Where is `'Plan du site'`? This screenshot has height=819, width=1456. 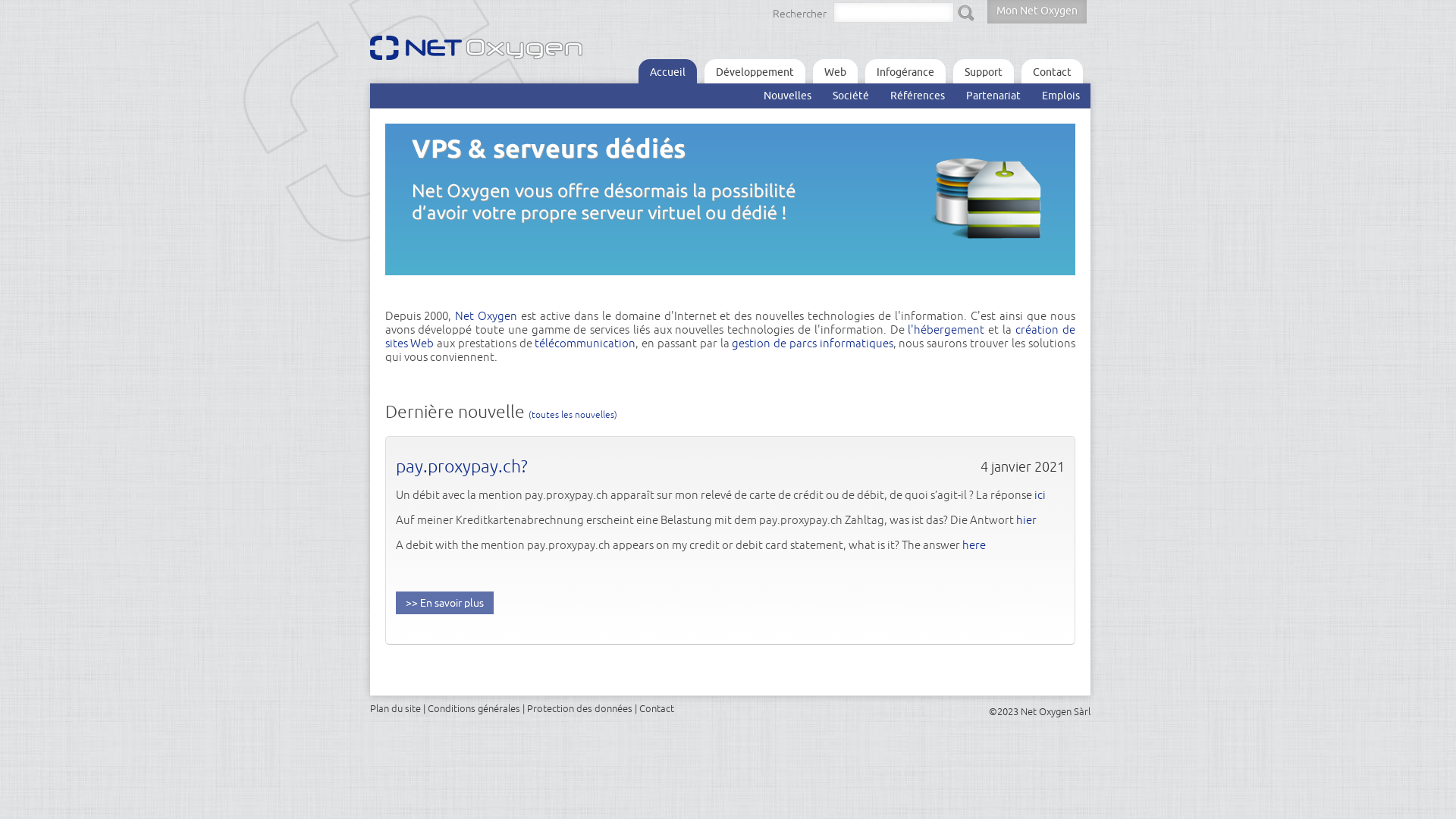 'Plan du site' is located at coordinates (370, 708).